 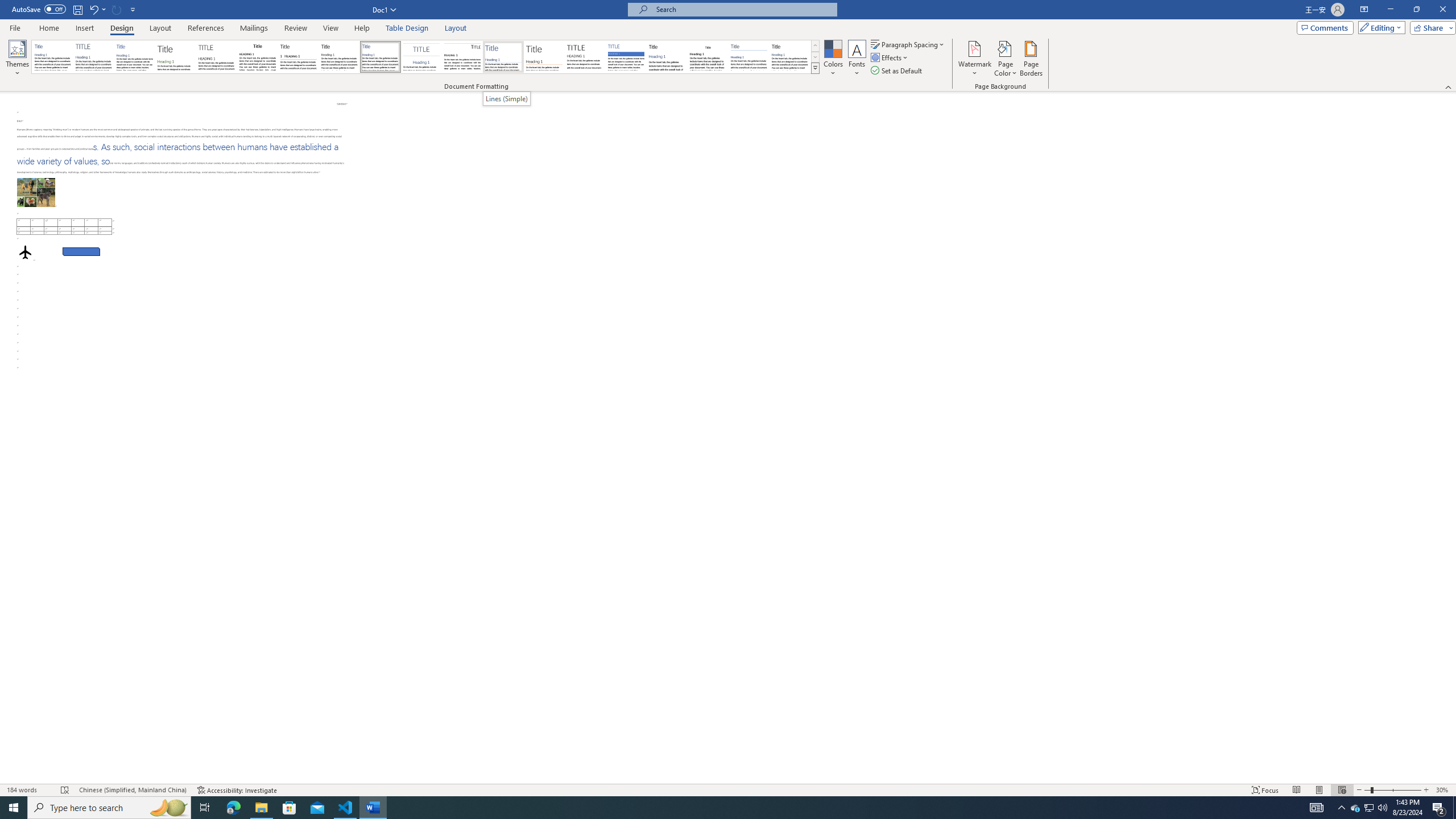 I want to click on 'Black & White (Word 2013)', so click(x=338, y=56).